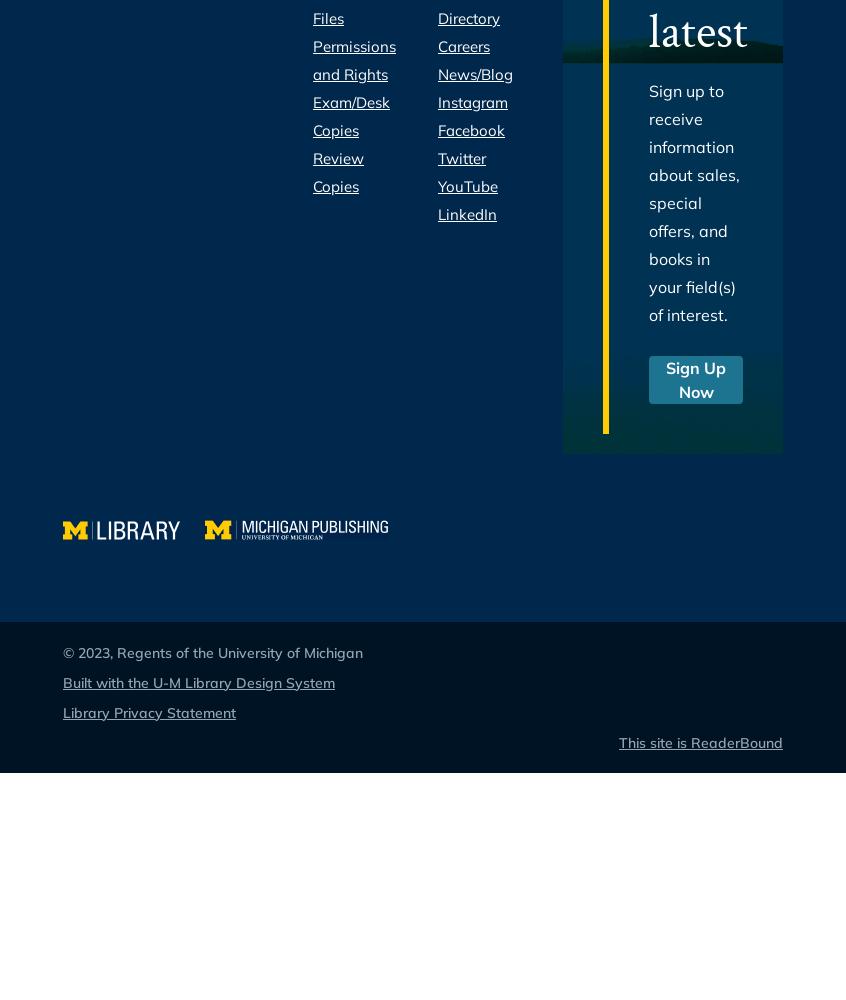 The width and height of the screenshot is (846, 1000). What do you see at coordinates (700, 741) in the screenshot?
I see `'This site is
                ReaderBound'` at bounding box center [700, 741].